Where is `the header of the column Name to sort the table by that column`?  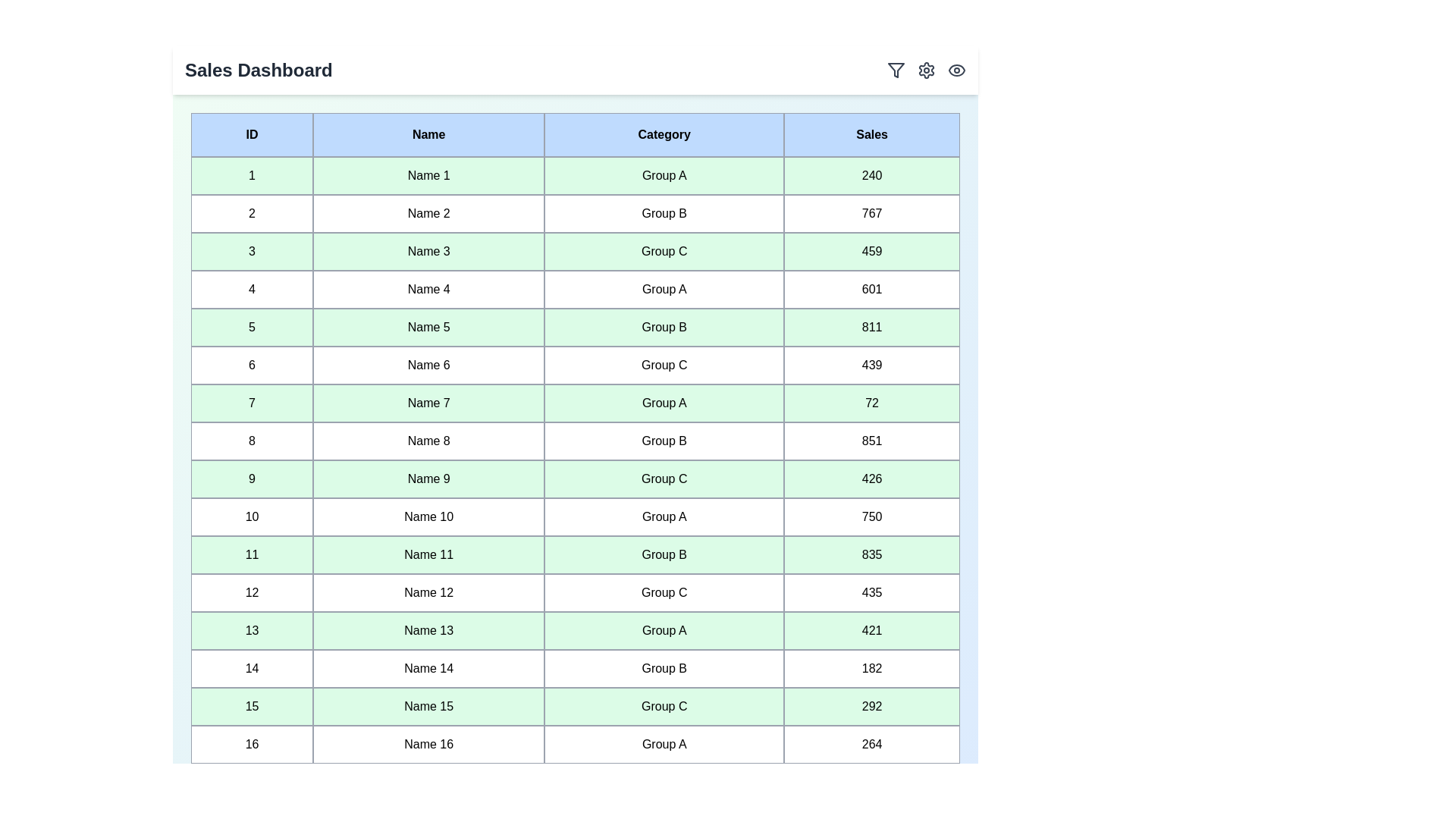 the header of the column Name to sort the table by that column is located at coordinates (428, 133).